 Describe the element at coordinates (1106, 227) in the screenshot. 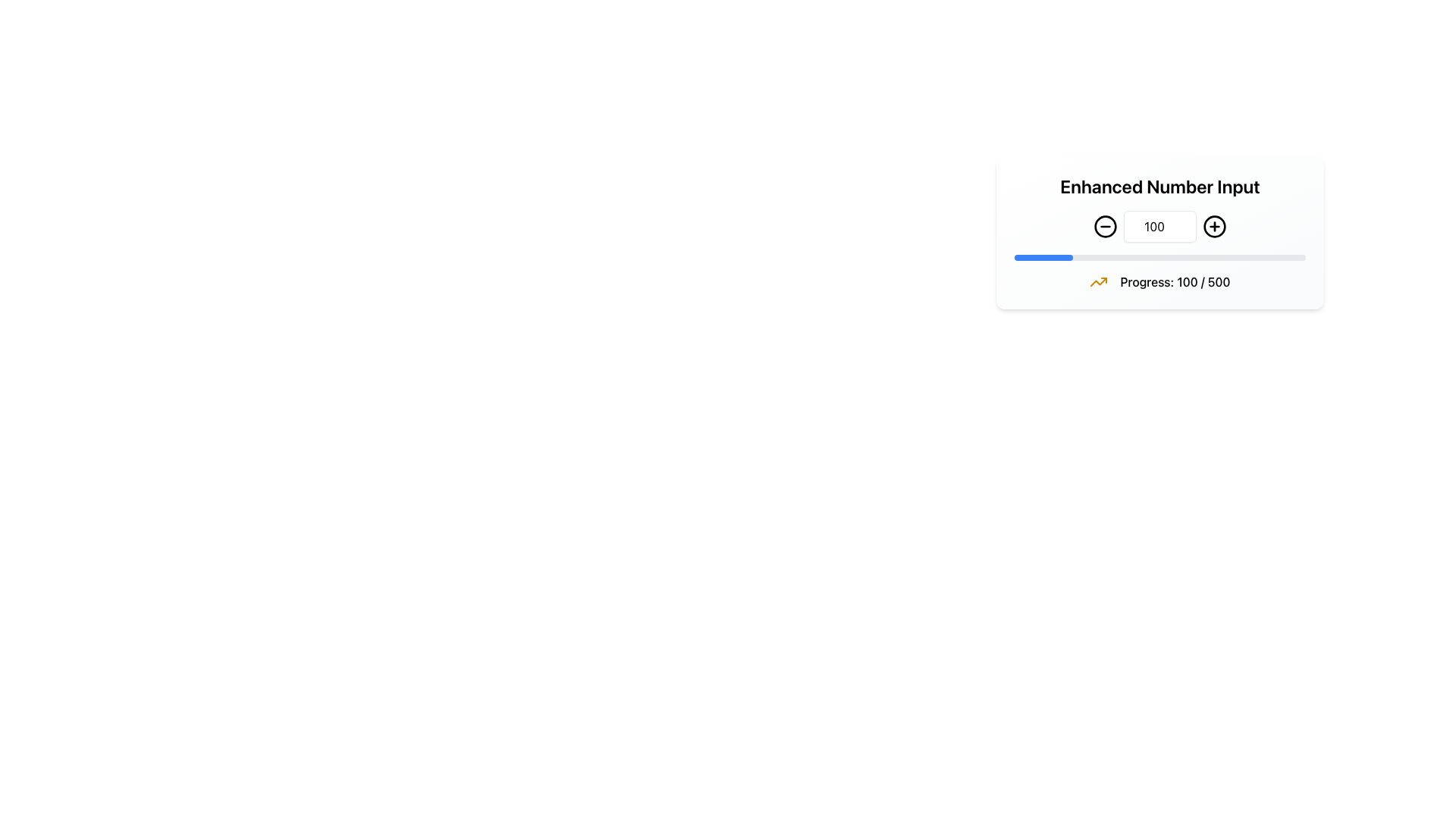

I see `the circular minus icon located in the top-left section of the 'Enhanced Number Input' widget to decrement the number` at that location.